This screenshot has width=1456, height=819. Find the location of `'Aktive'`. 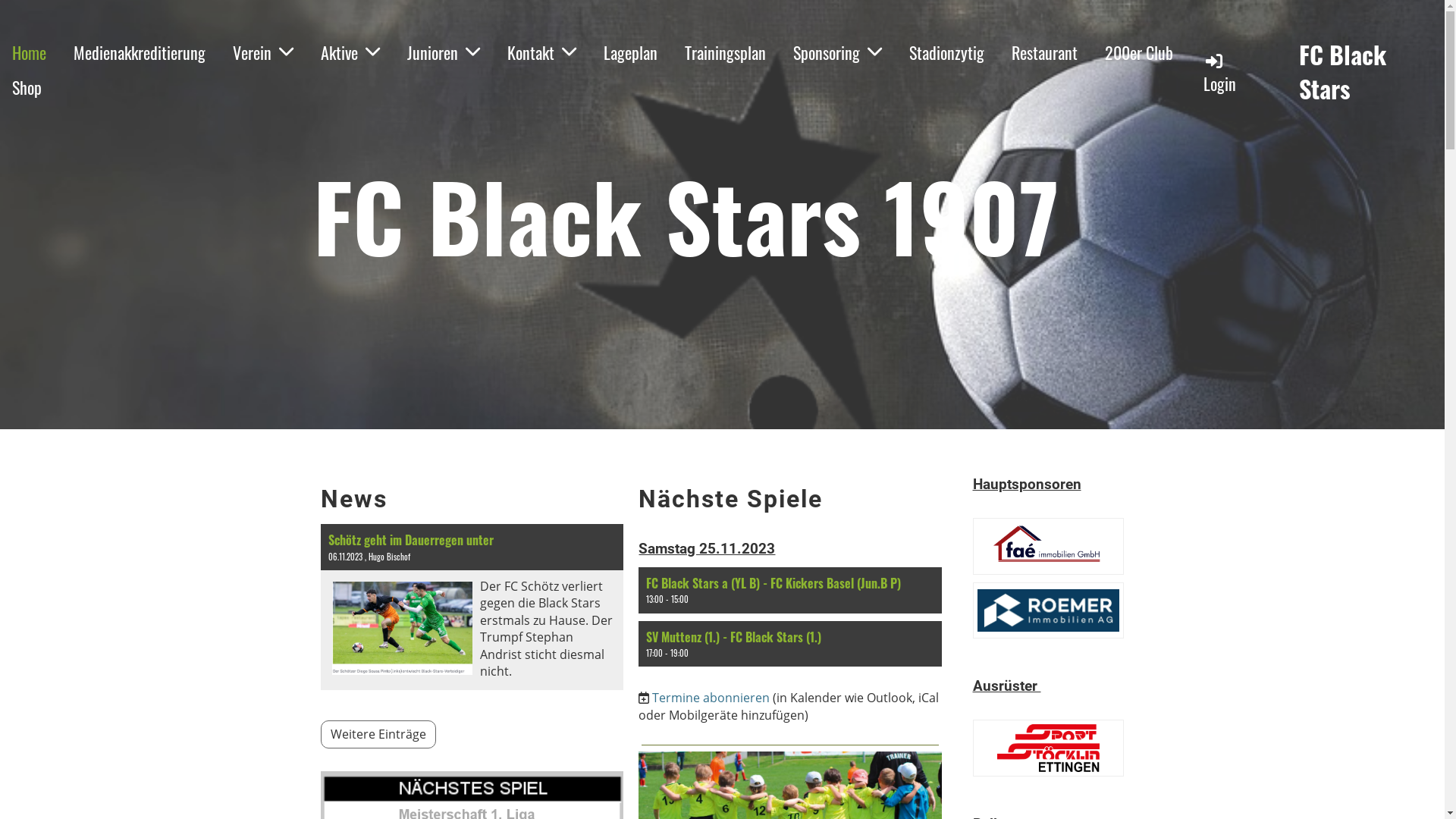

'Aktive' is located at coordinates (349, 52).